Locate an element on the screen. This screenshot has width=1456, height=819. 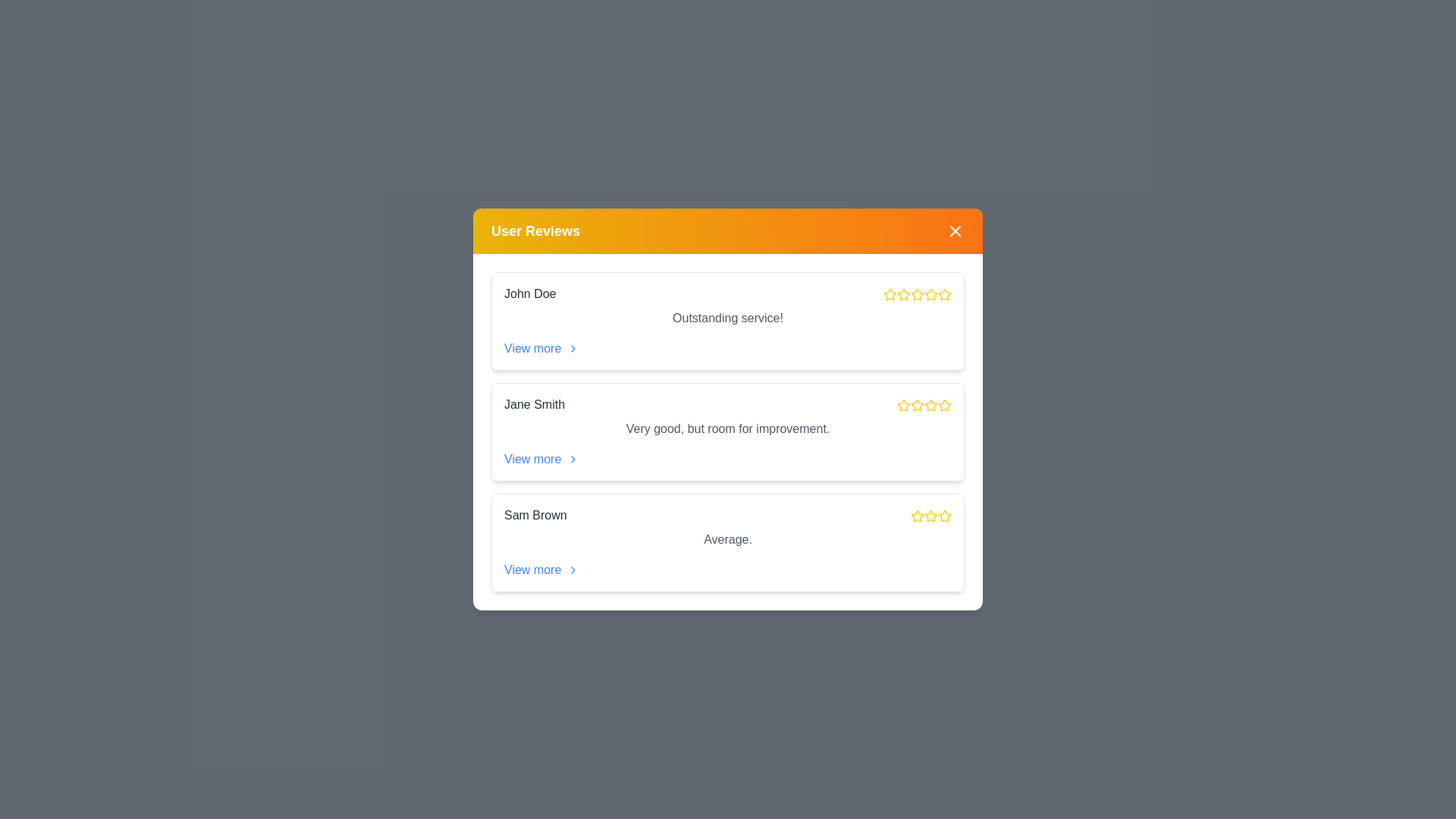
'View more' link for the review of John Doe is located at coordinates (541, 348).